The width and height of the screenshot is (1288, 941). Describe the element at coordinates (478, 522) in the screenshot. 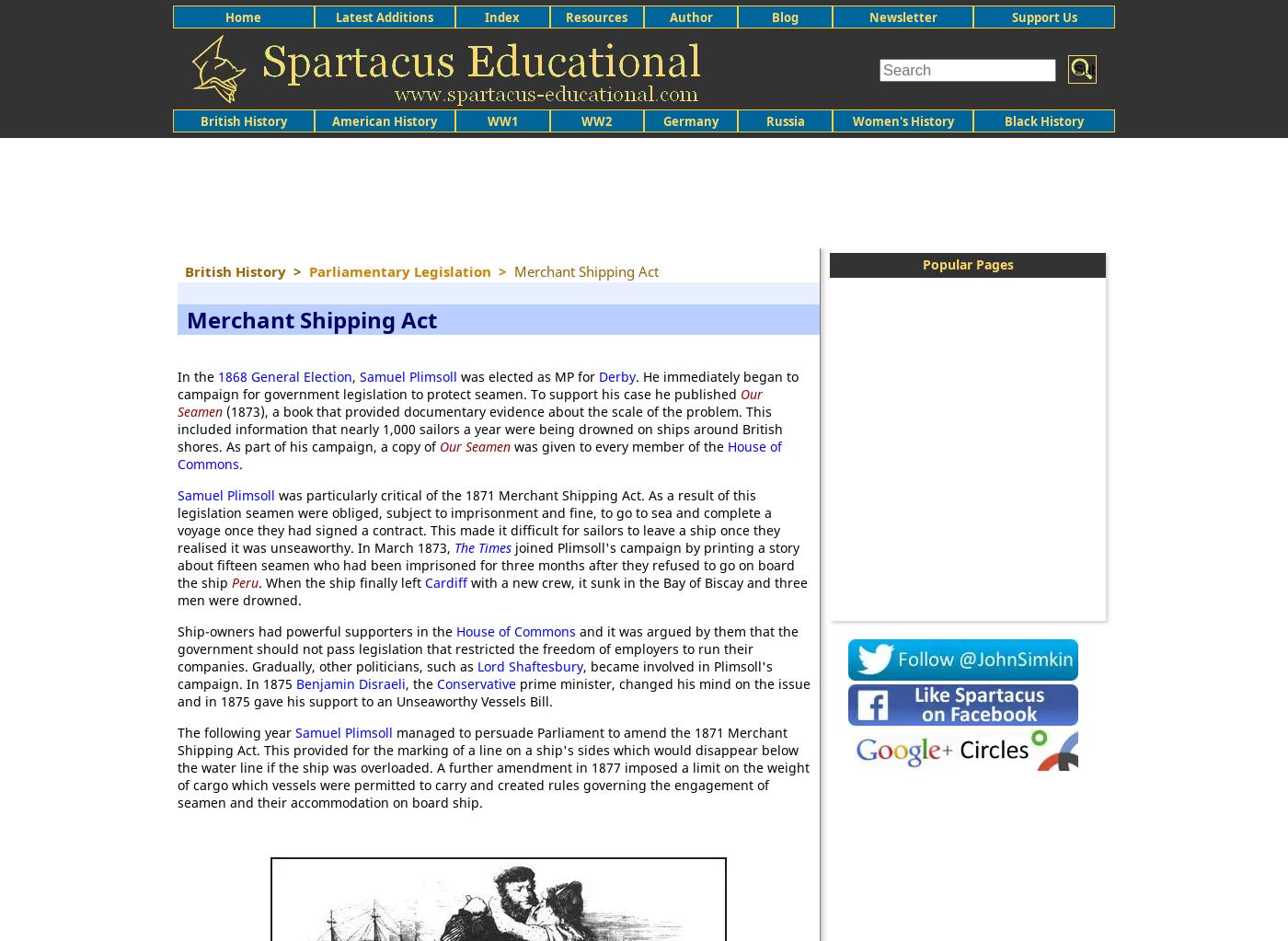

I see `'was particularly critical of the 1871 Merchant Shipping Act. As a result of this legislation seamen were obliged, subject to imprisonment and fine, to go to sea and complete a voyage once they had signed a contract. This made it difficult for sailors to leave a ship once they realised it was unseaworthy. In March 1873,'` at that location.